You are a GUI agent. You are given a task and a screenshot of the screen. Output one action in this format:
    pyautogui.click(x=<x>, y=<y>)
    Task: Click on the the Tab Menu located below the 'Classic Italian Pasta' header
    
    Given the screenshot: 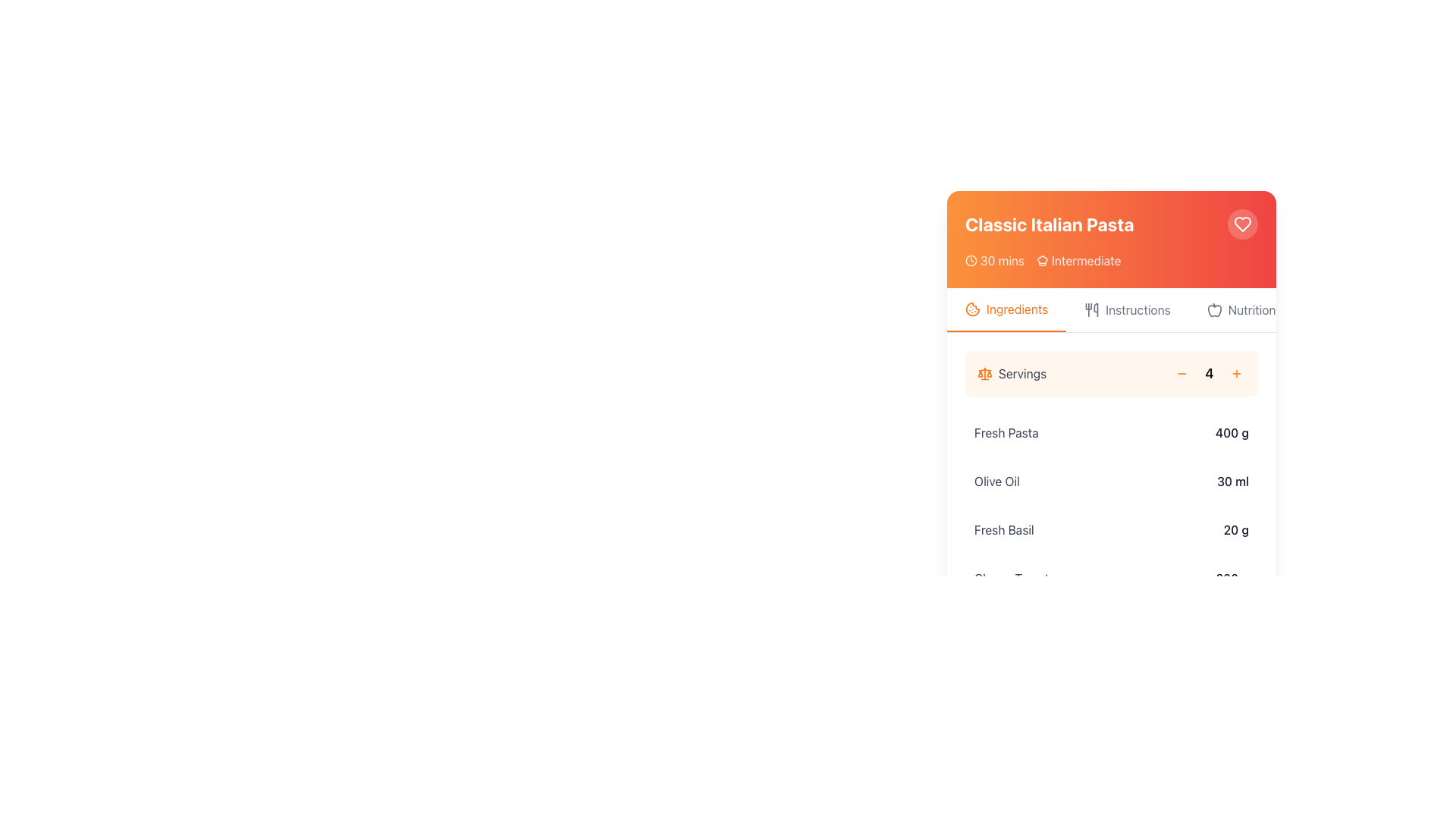 What is the action you would take?
    pyautogui.click(x=1111, y=309)
    